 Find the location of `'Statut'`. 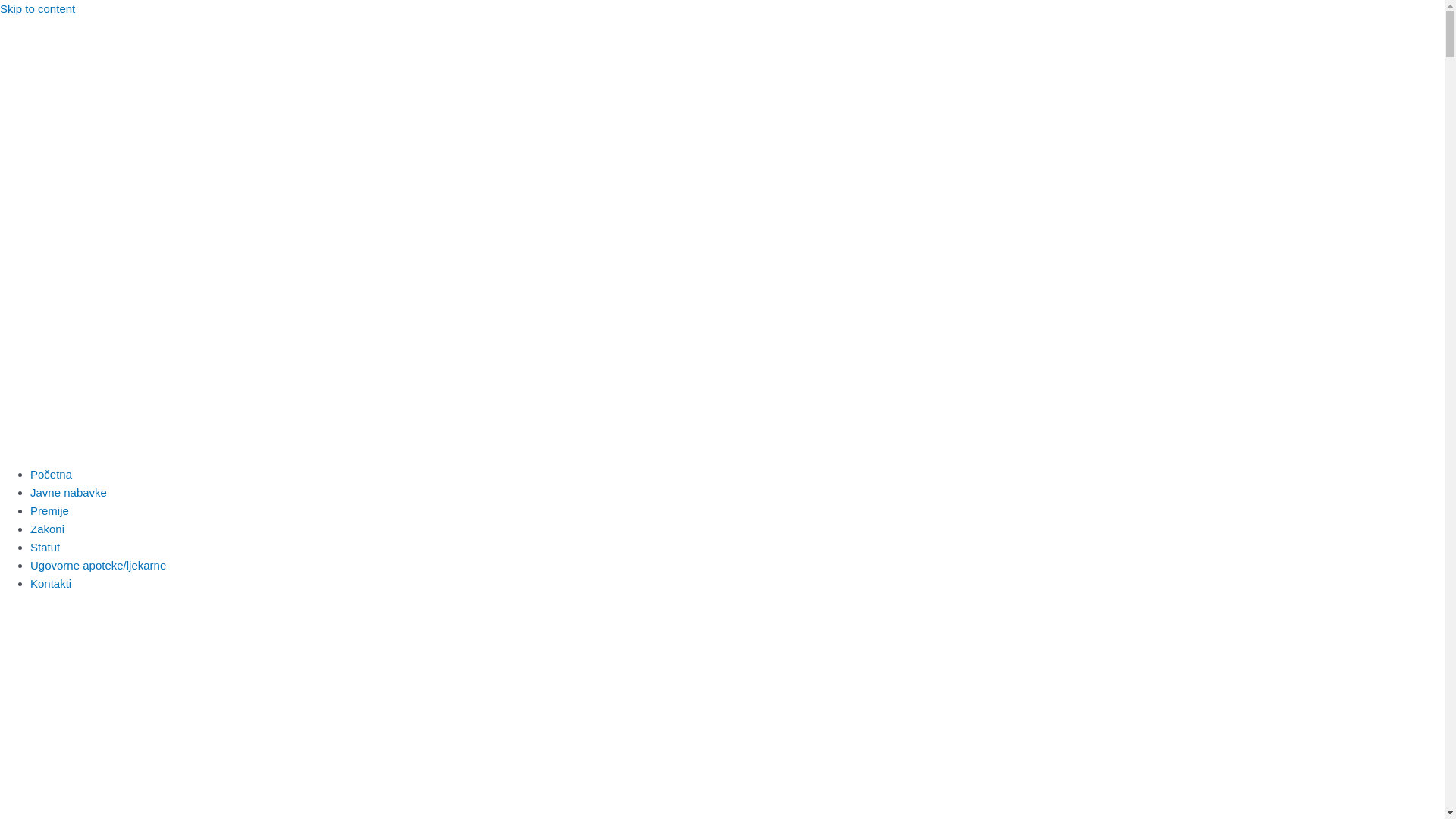

'Statut' is located at coordinates (45, 547).